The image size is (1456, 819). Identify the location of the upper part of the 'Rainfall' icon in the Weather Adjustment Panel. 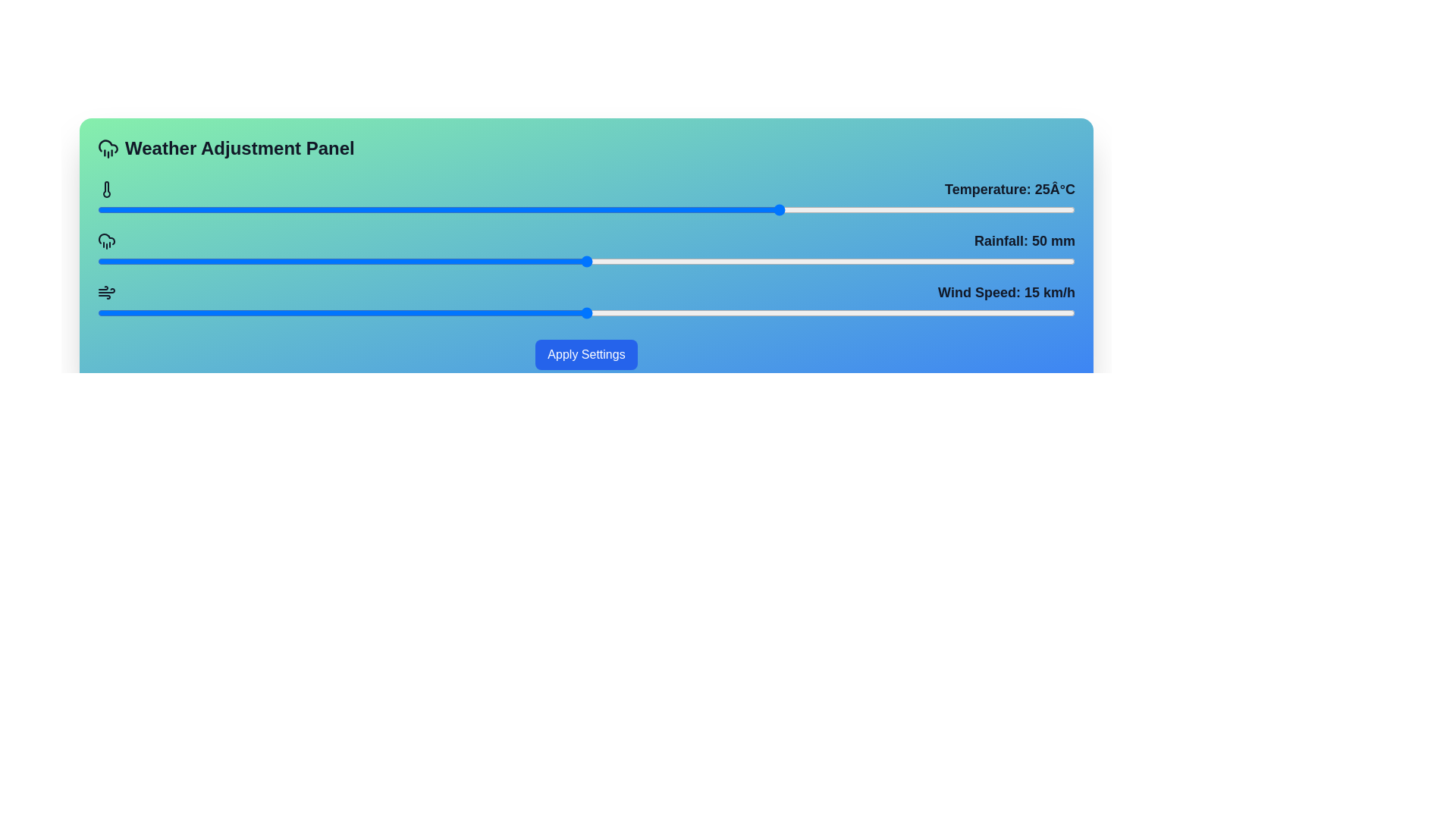
(108, 146).